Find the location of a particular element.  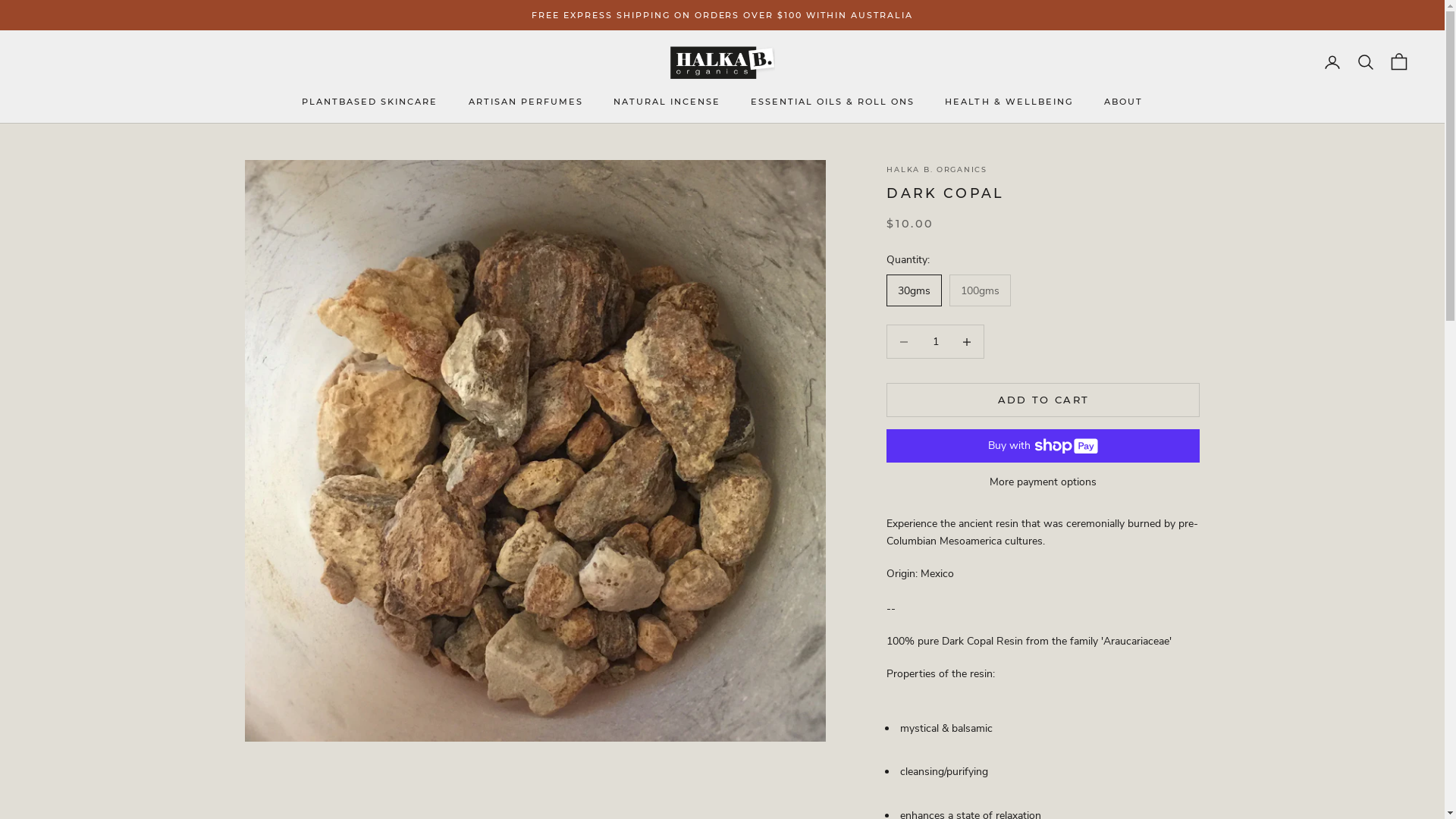

'More payment options' is located at coordinates (1042, 482).